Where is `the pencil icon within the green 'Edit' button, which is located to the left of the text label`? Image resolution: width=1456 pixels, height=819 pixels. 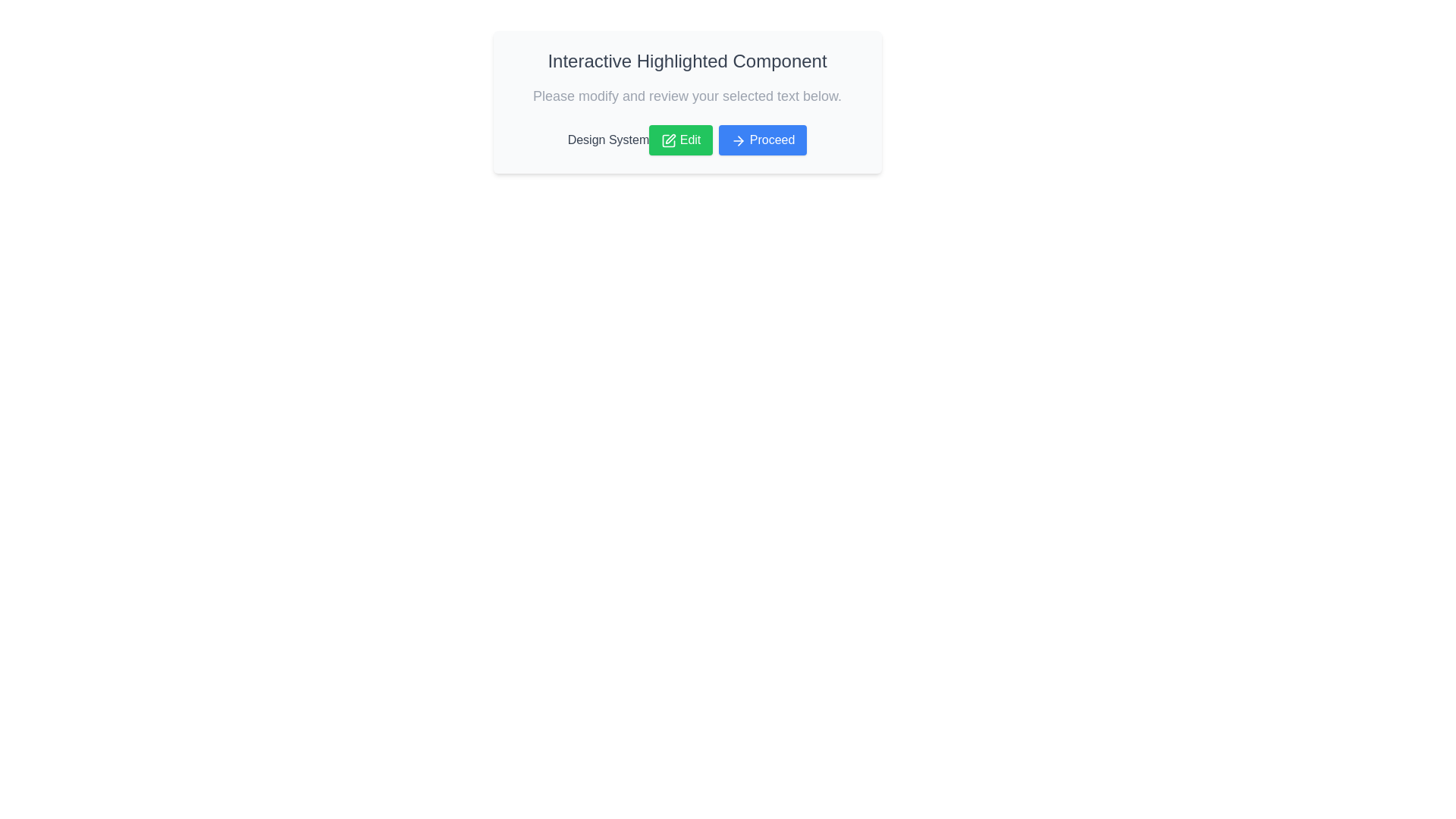
the pencil icon within the green 'Edit' button, which is located to the left of the text label is located at coordinates (668, 140).